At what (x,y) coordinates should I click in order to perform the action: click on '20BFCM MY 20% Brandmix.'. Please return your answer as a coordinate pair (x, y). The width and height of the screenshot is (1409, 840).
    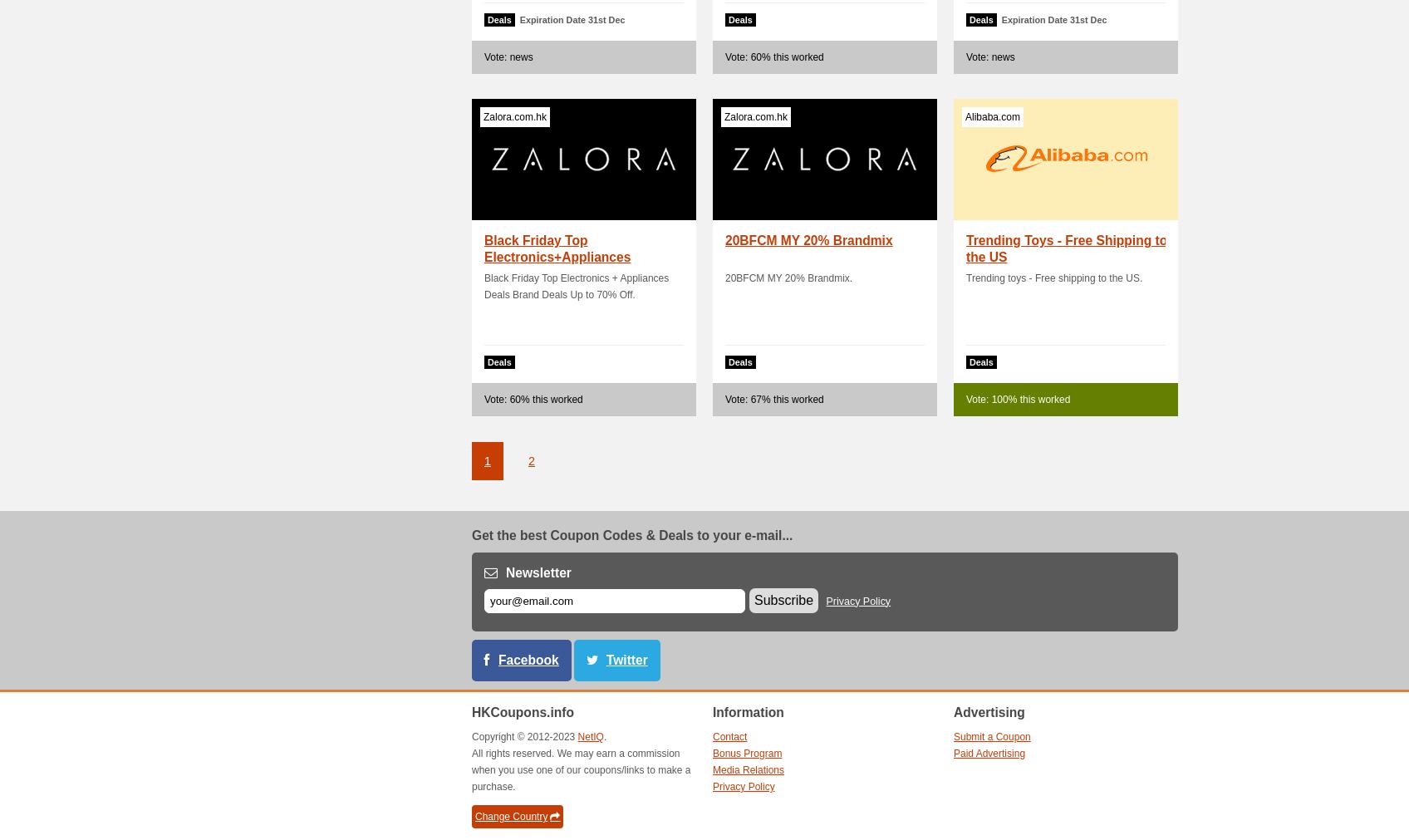
    Looking at the image, I should click on (788, 278).